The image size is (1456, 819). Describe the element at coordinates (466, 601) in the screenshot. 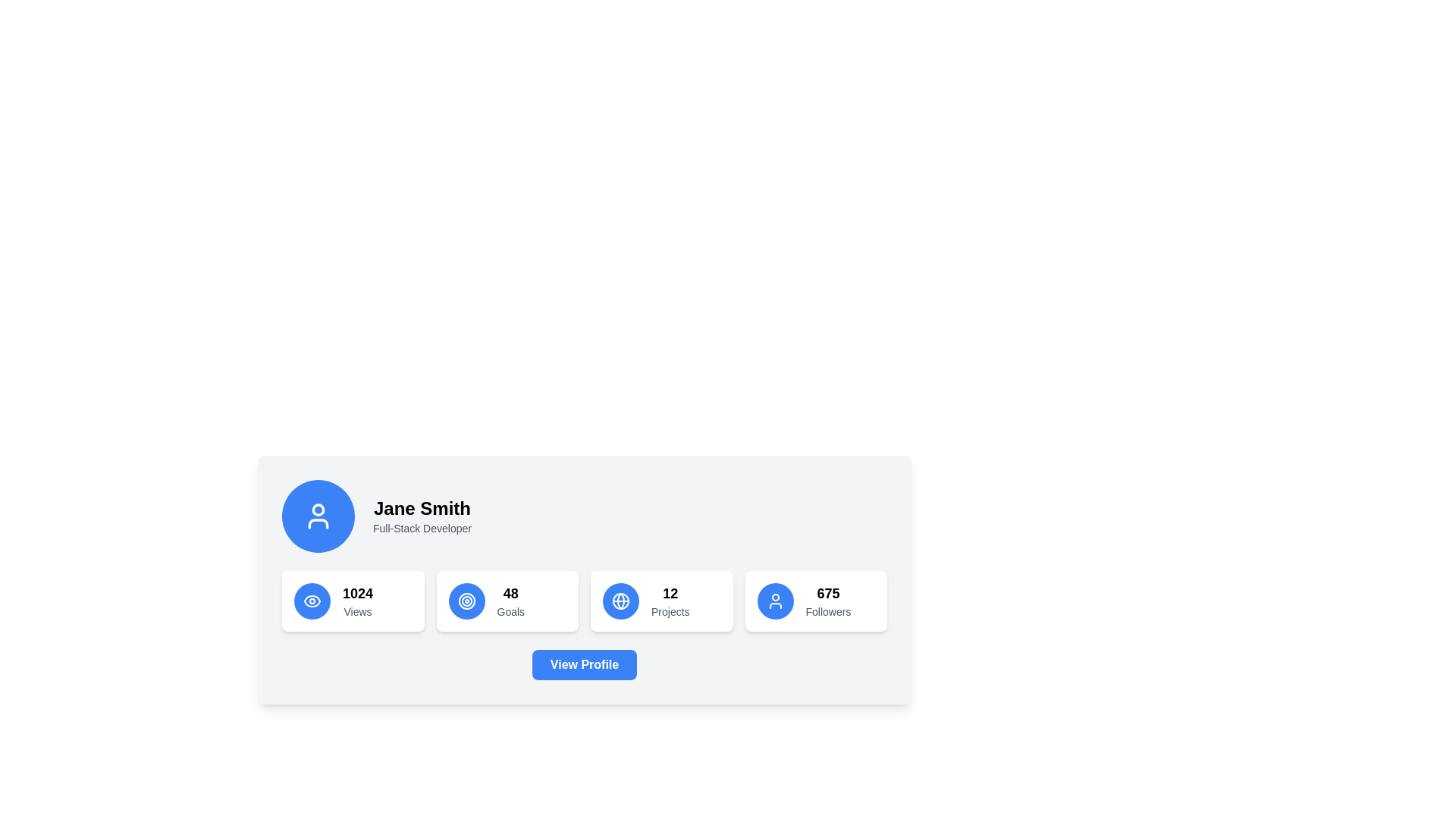

I see `the second concentric circle in the SVG target icon to visually indicate precision or focus` at that location.